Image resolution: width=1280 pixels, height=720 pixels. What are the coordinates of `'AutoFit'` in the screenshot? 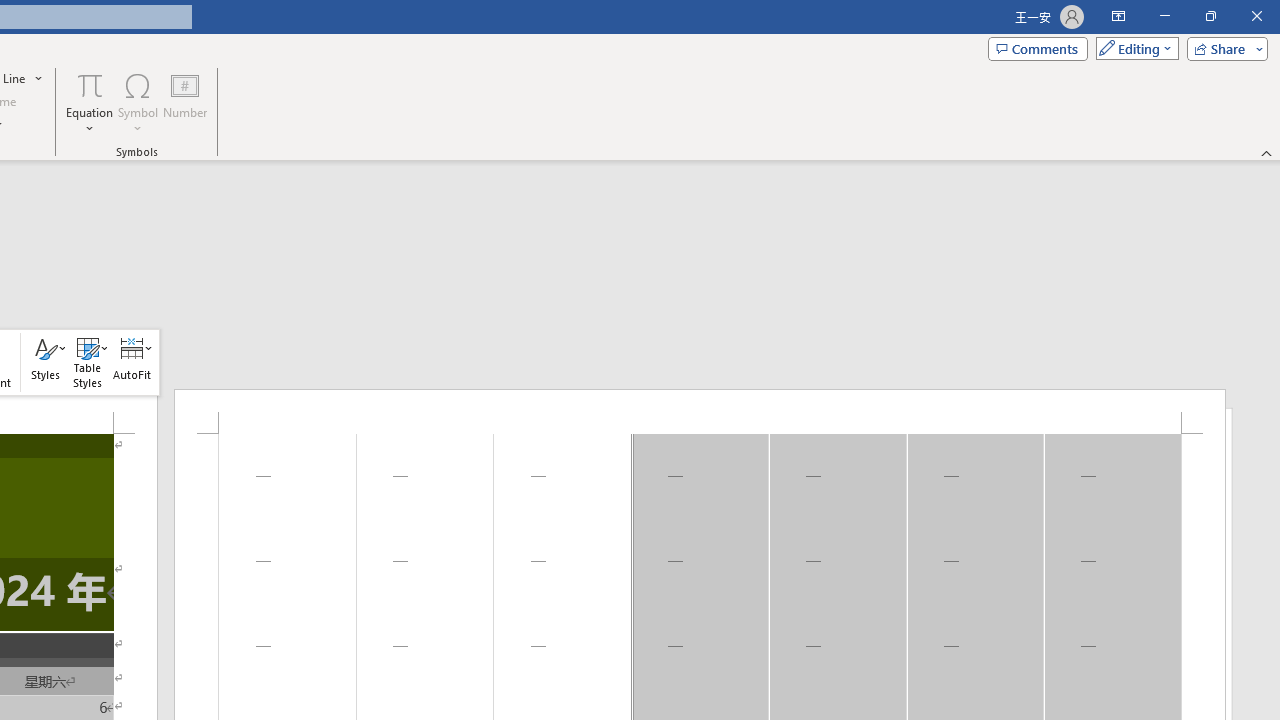 It's located at (131, 362).